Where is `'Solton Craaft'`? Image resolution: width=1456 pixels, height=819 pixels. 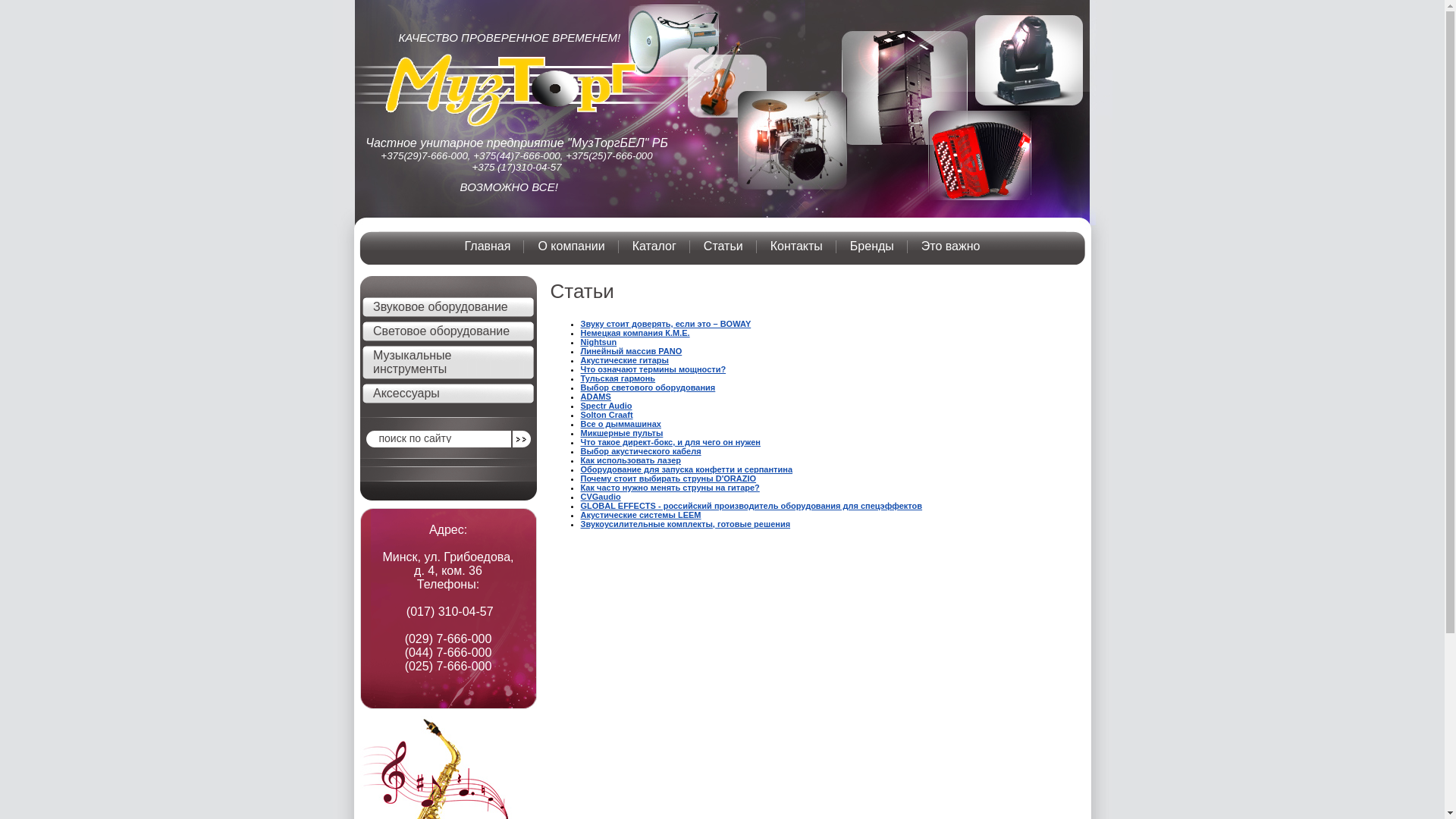
'Solton Craaft' is located at coordinates (607, 415).